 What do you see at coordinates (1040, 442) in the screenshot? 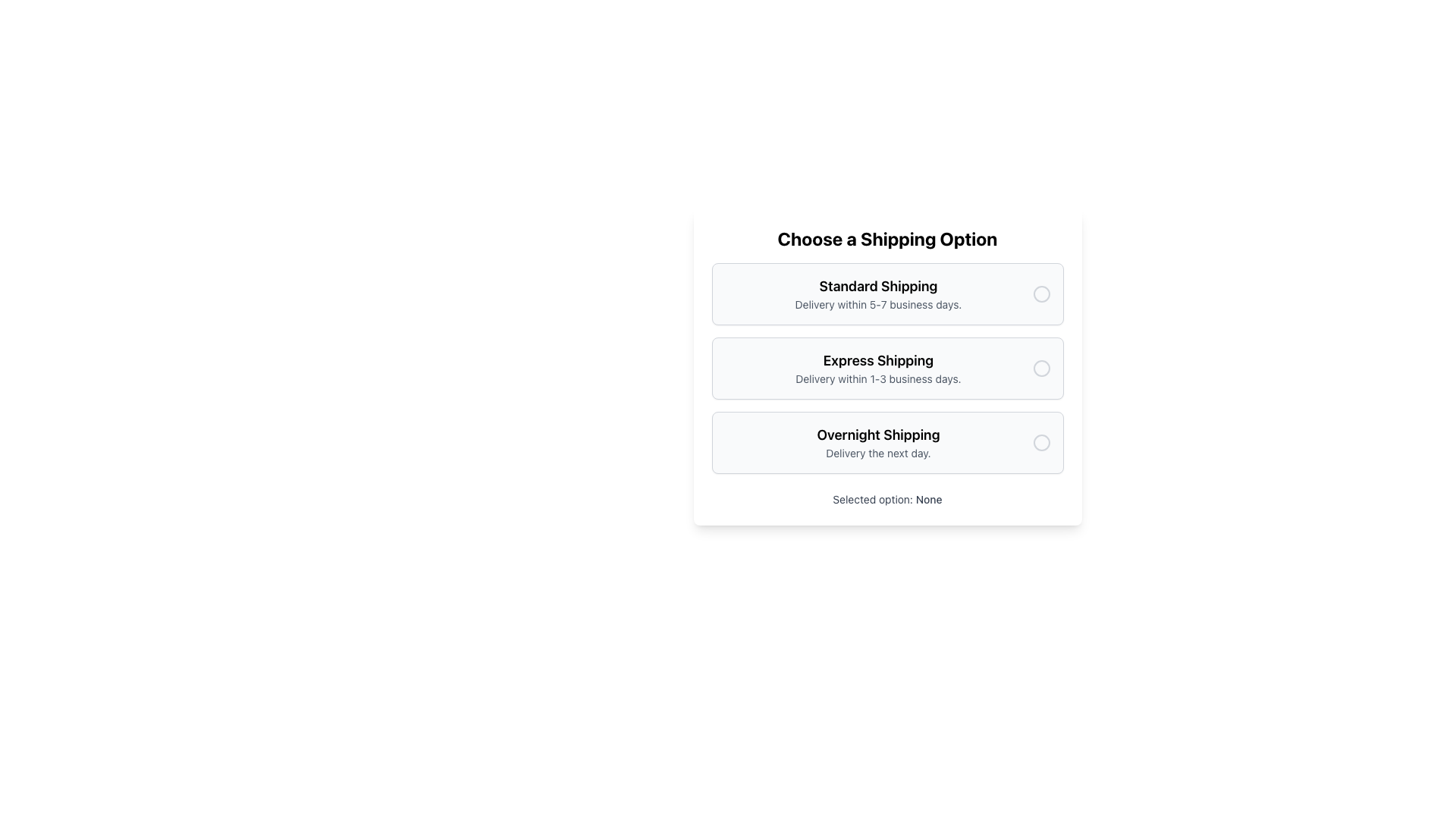
I see `the circular icon outlined with a thin border and filled with a light gray shade, located to the right of the 'Overnight Shipping' label within the third option of the 'Choose a Shipping Option' section` at bounding box center [1040, 442].